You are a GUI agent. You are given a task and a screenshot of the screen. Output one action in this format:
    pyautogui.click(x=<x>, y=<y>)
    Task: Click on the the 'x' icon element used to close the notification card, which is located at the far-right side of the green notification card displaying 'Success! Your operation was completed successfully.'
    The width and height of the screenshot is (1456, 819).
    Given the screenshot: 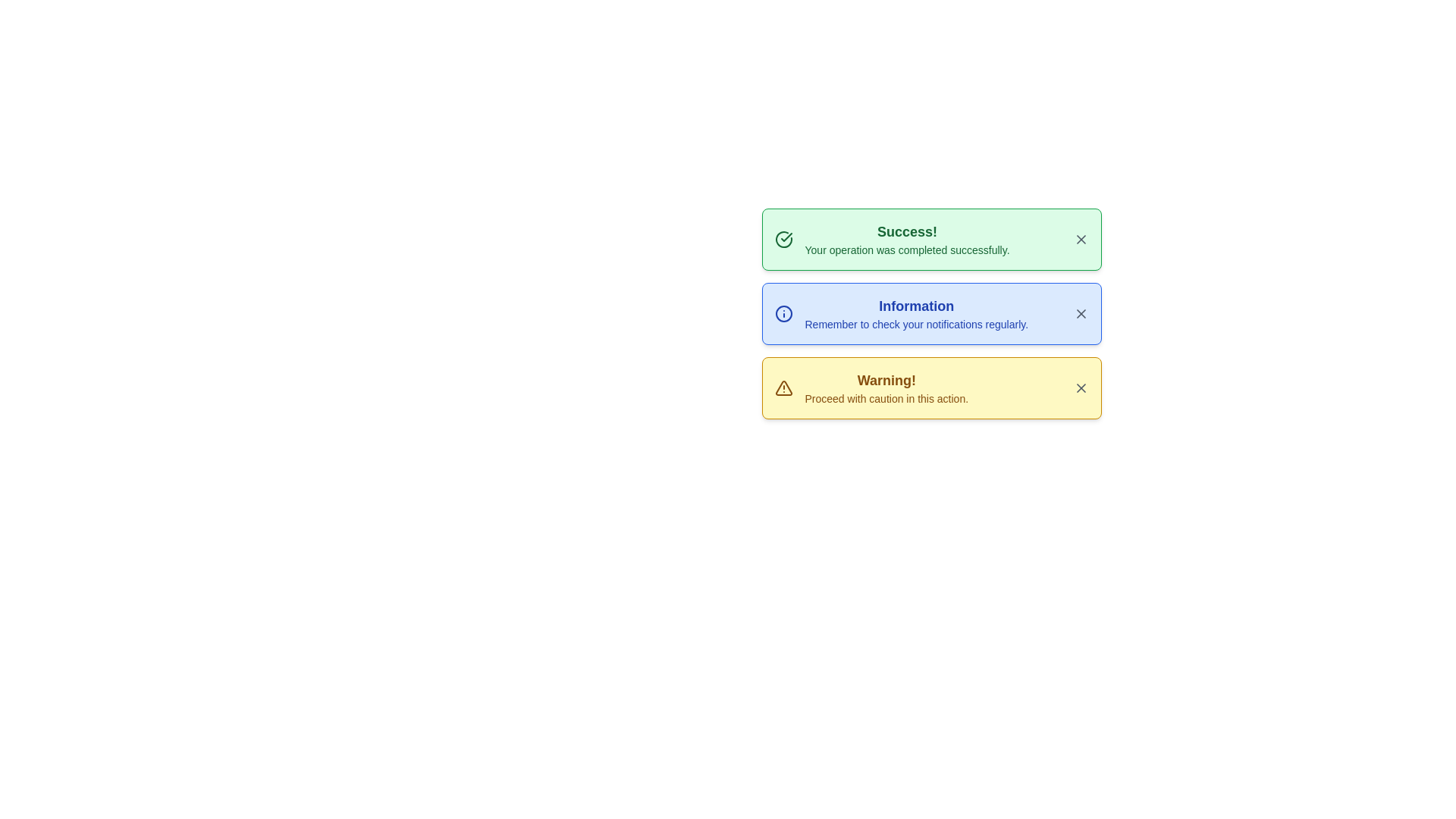 What is the action you would take?
    pyautogui.click(x=1080, y=239)
    